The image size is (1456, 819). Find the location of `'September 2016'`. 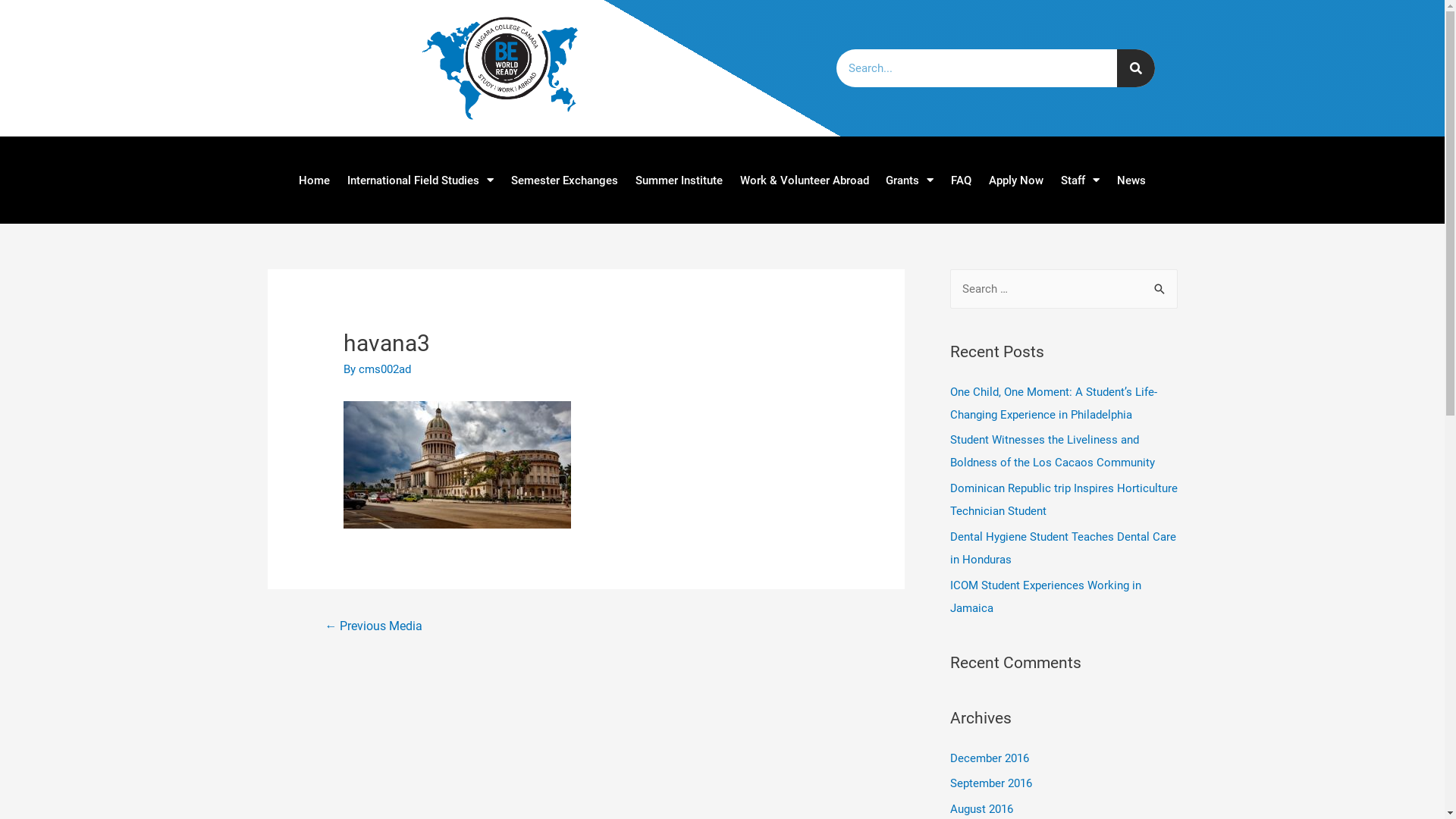

'September 2016' is located at coordinates (990, 783).